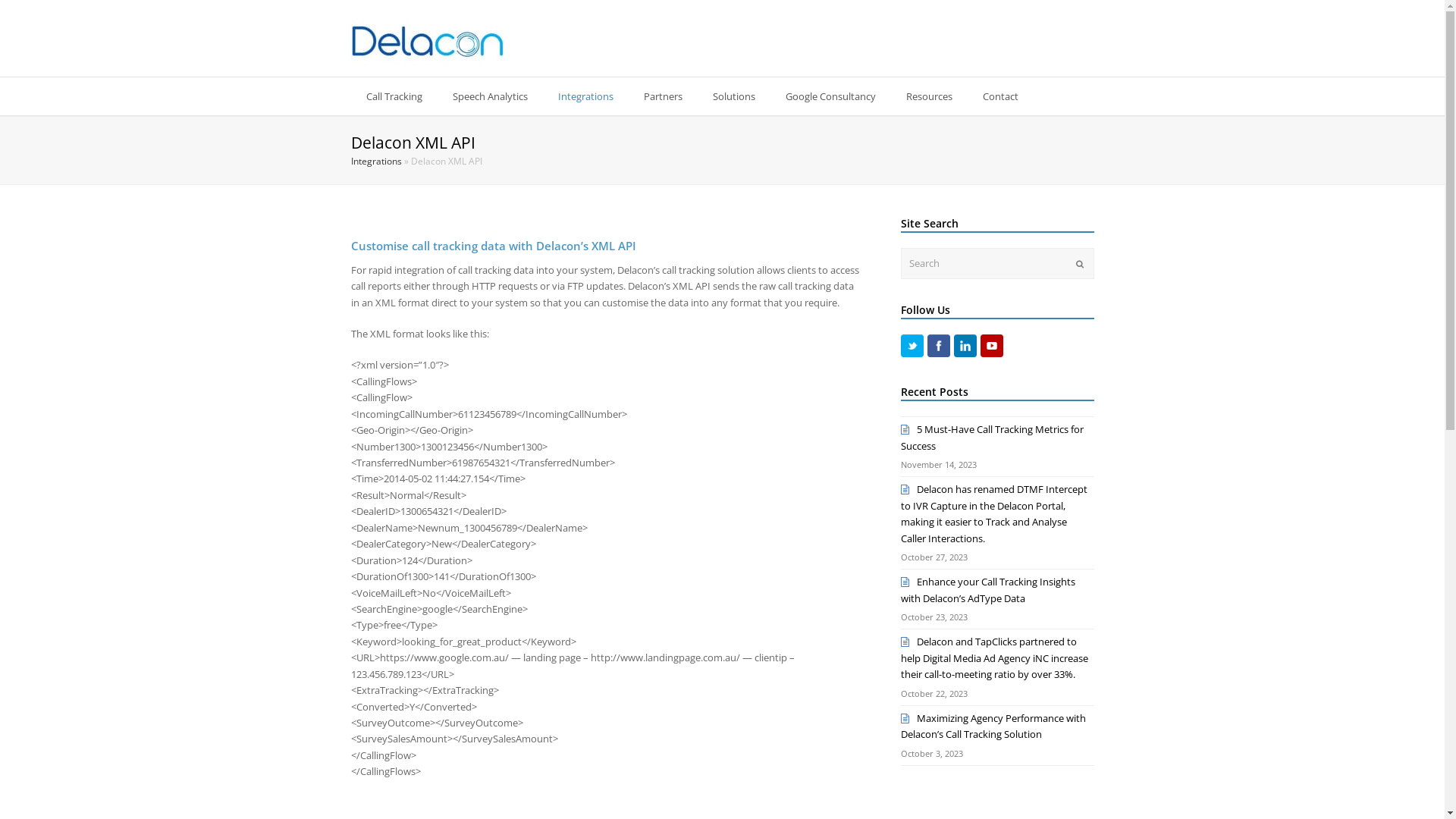 The height and width of the screenshot is (819, 1456). Describe the element at coordinates (912, 345) in the screenshot. I see `'Twitter'` at that location.